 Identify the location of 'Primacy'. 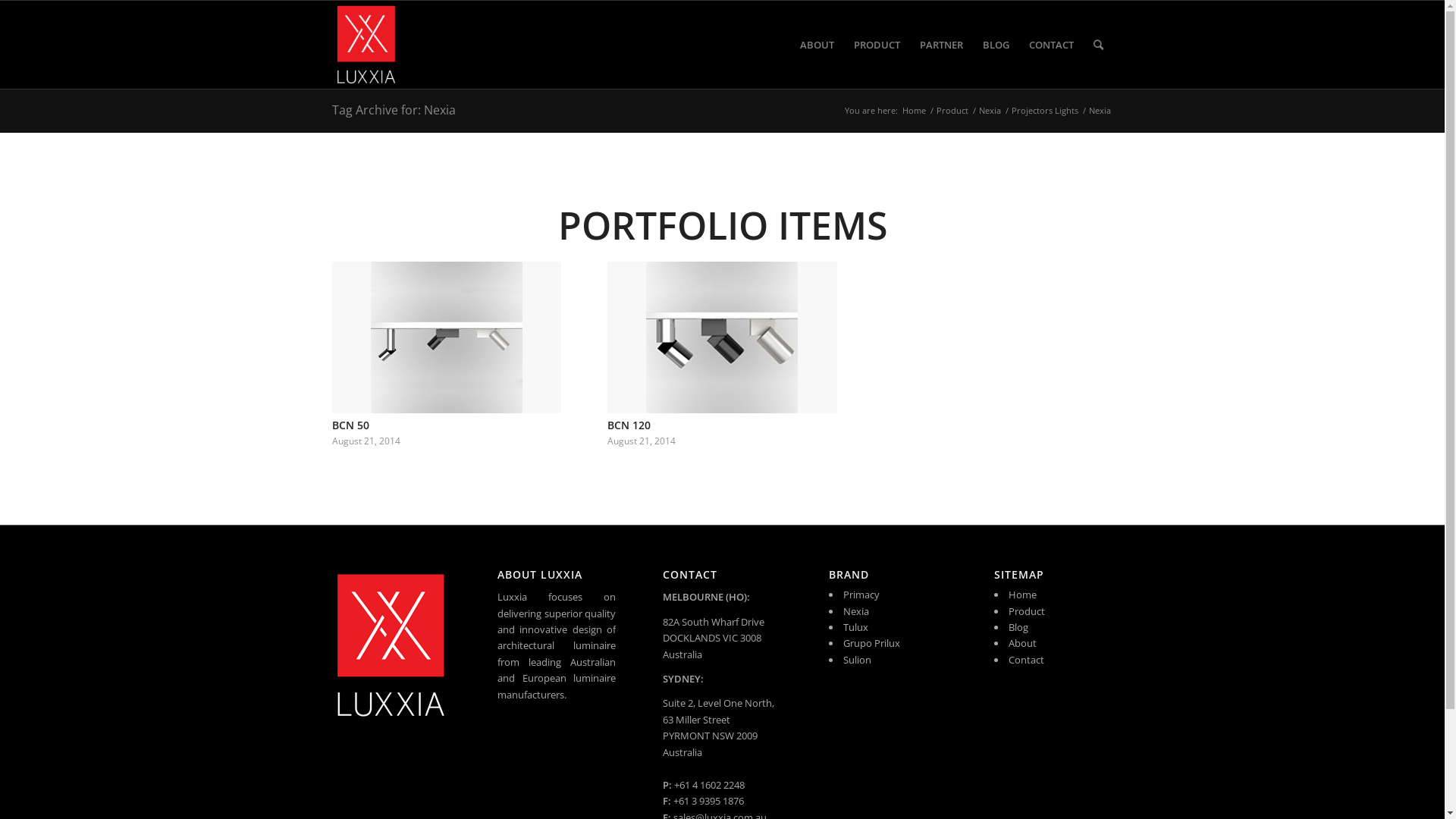
(861, 593).